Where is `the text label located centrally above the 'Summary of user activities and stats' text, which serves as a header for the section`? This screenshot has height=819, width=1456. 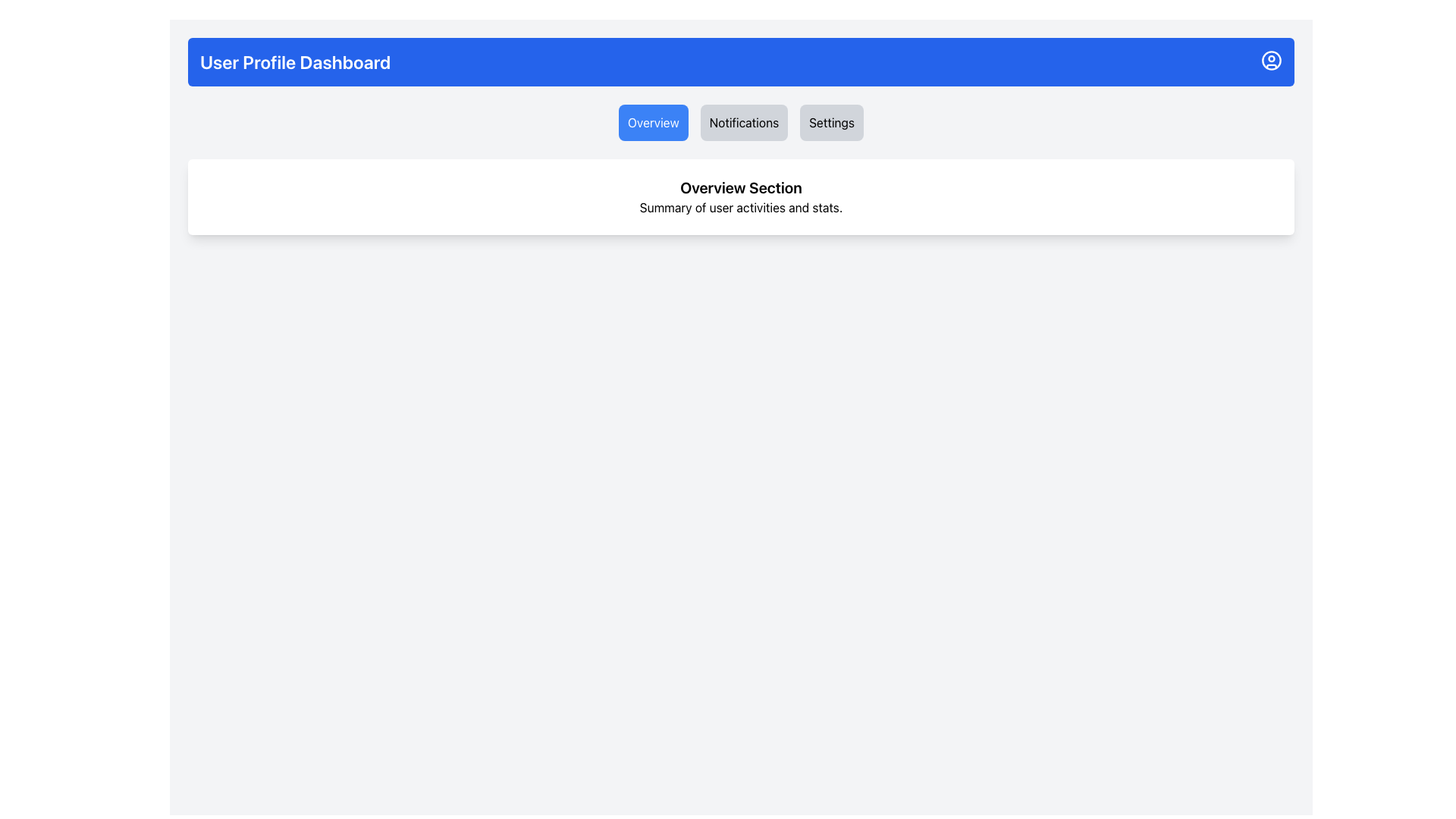
the text label located centrally above the 'Summary of user activities and stats' text, which serves as a header for the section is located at coordinates (741, 187).